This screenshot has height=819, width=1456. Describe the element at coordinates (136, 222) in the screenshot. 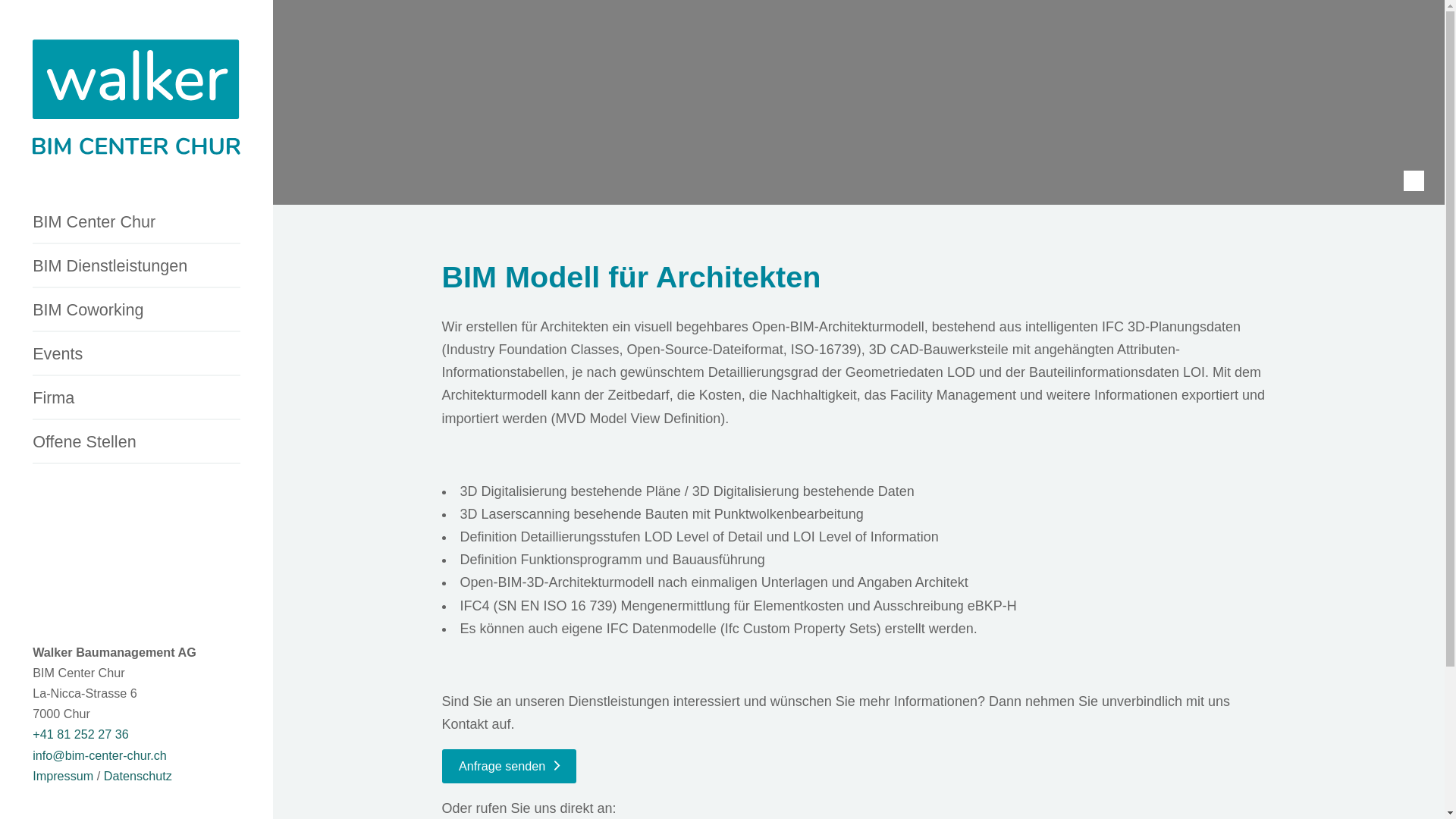

I see `'BIM Center Chur'` at that location.